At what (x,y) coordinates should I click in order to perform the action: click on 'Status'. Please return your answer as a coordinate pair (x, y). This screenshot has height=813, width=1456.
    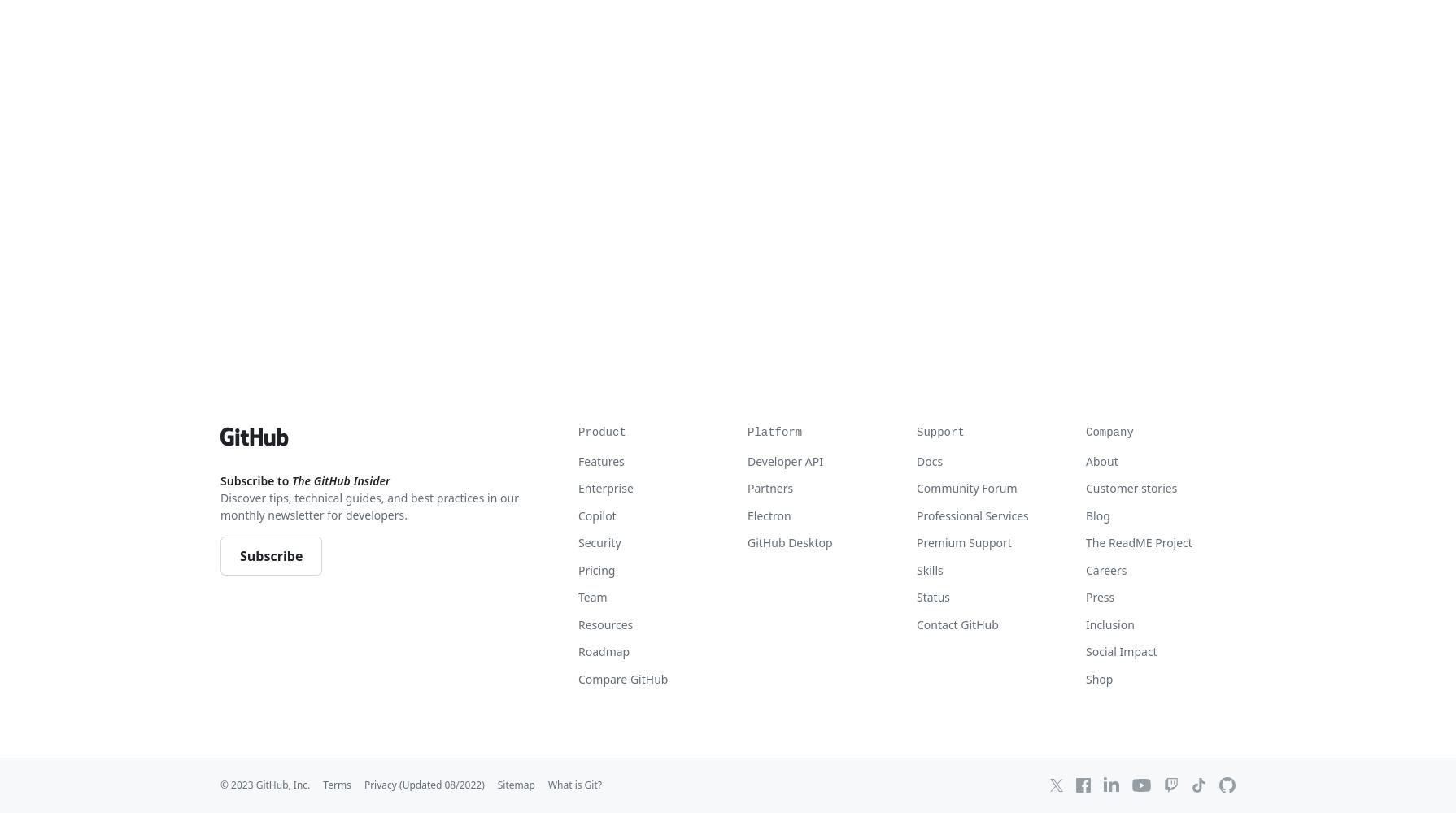
    Looking at the image, I should click on (933, 596).